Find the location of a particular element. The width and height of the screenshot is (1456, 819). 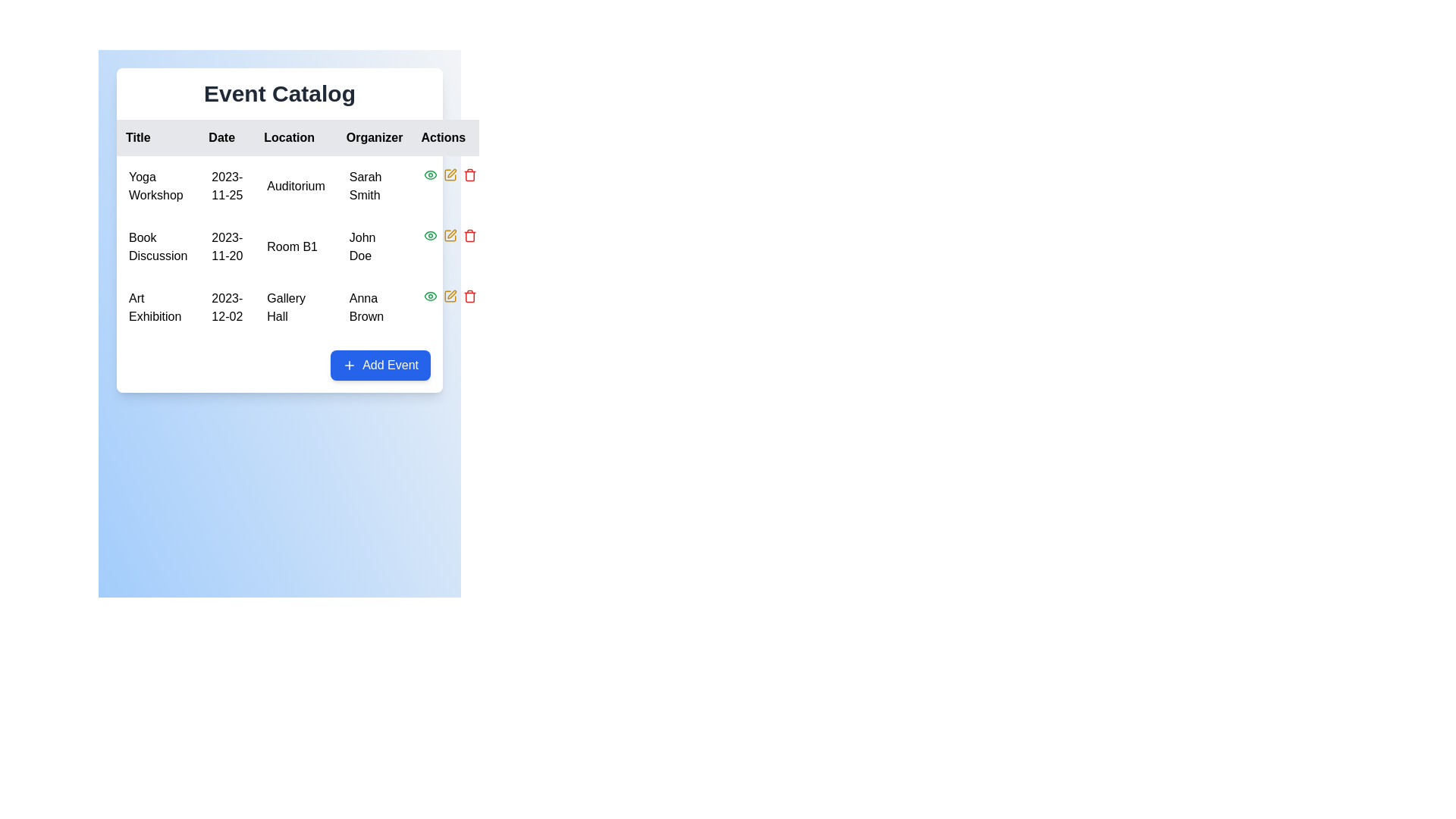

the edit icon button in the 'Actions' column of the 'Art Exhibition' row is located at coordinates (450, 296).